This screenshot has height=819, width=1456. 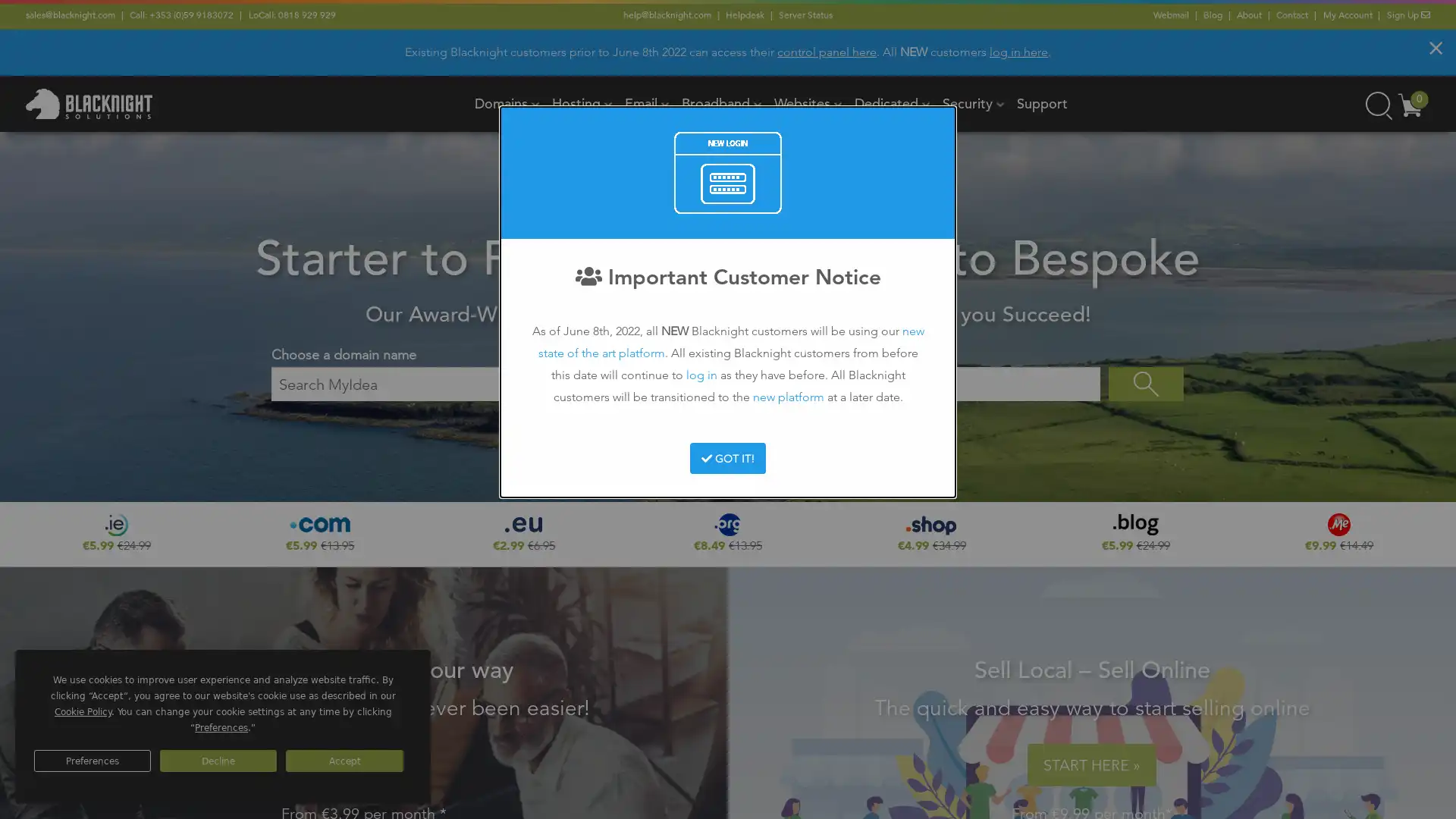 I want to click on Dismiss alert, so click(x=1435, y=46).